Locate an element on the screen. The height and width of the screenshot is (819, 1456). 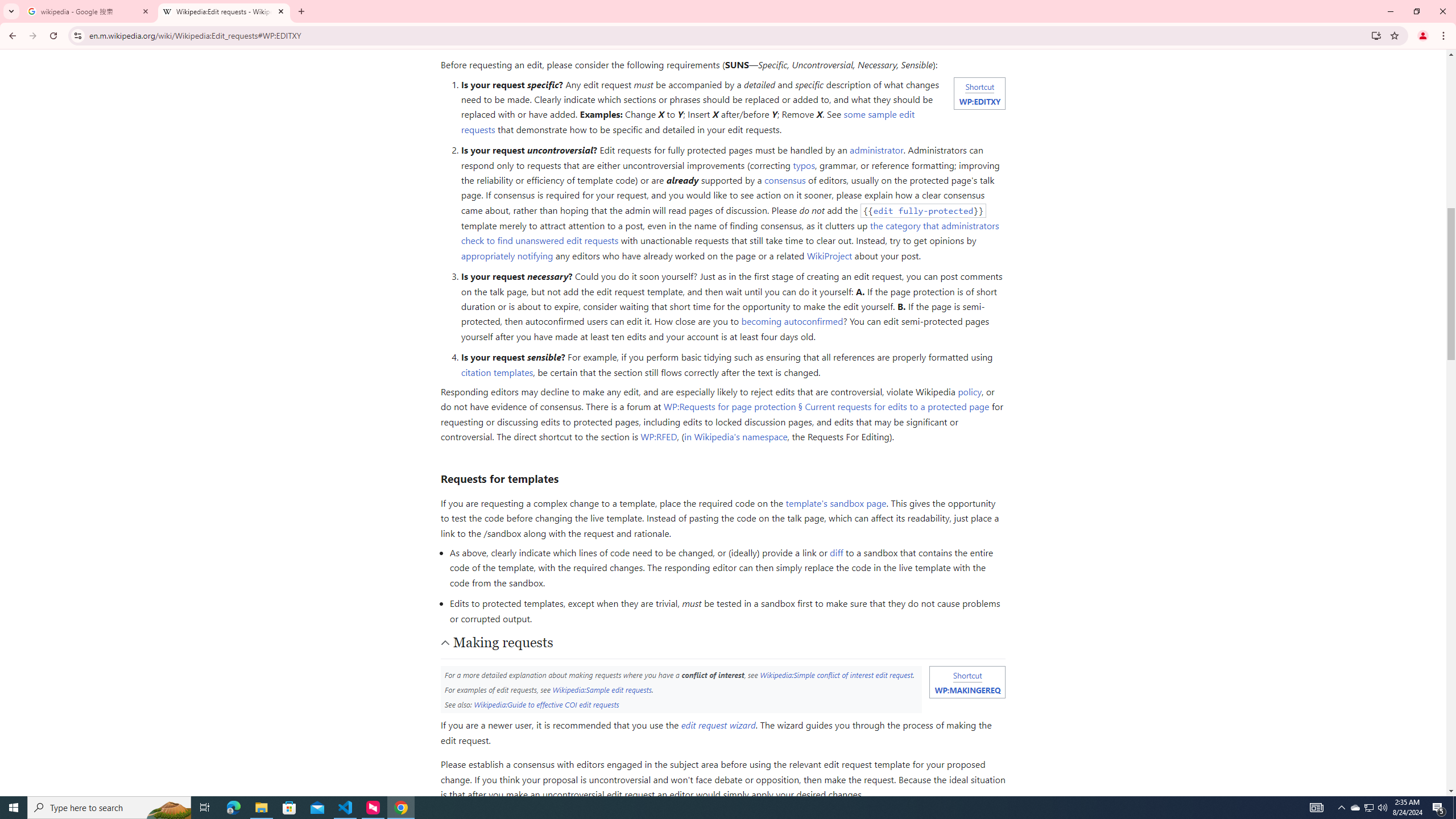
'Wikipedia:Guide to effective COI edit requests' is located at coordinates (545, 704).